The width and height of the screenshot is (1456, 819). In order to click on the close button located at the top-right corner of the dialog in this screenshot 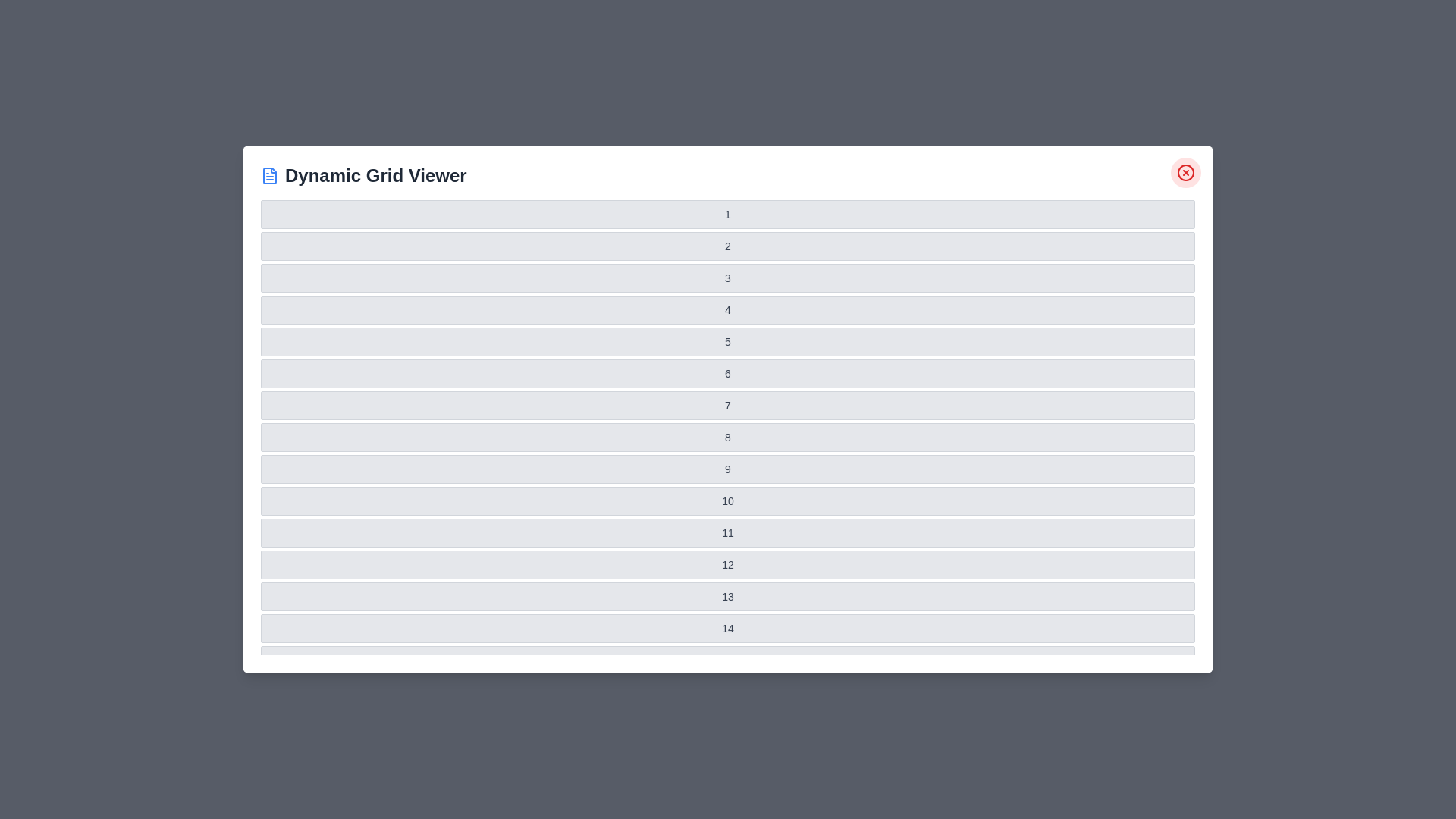, I will do `click(1185, 171)`.